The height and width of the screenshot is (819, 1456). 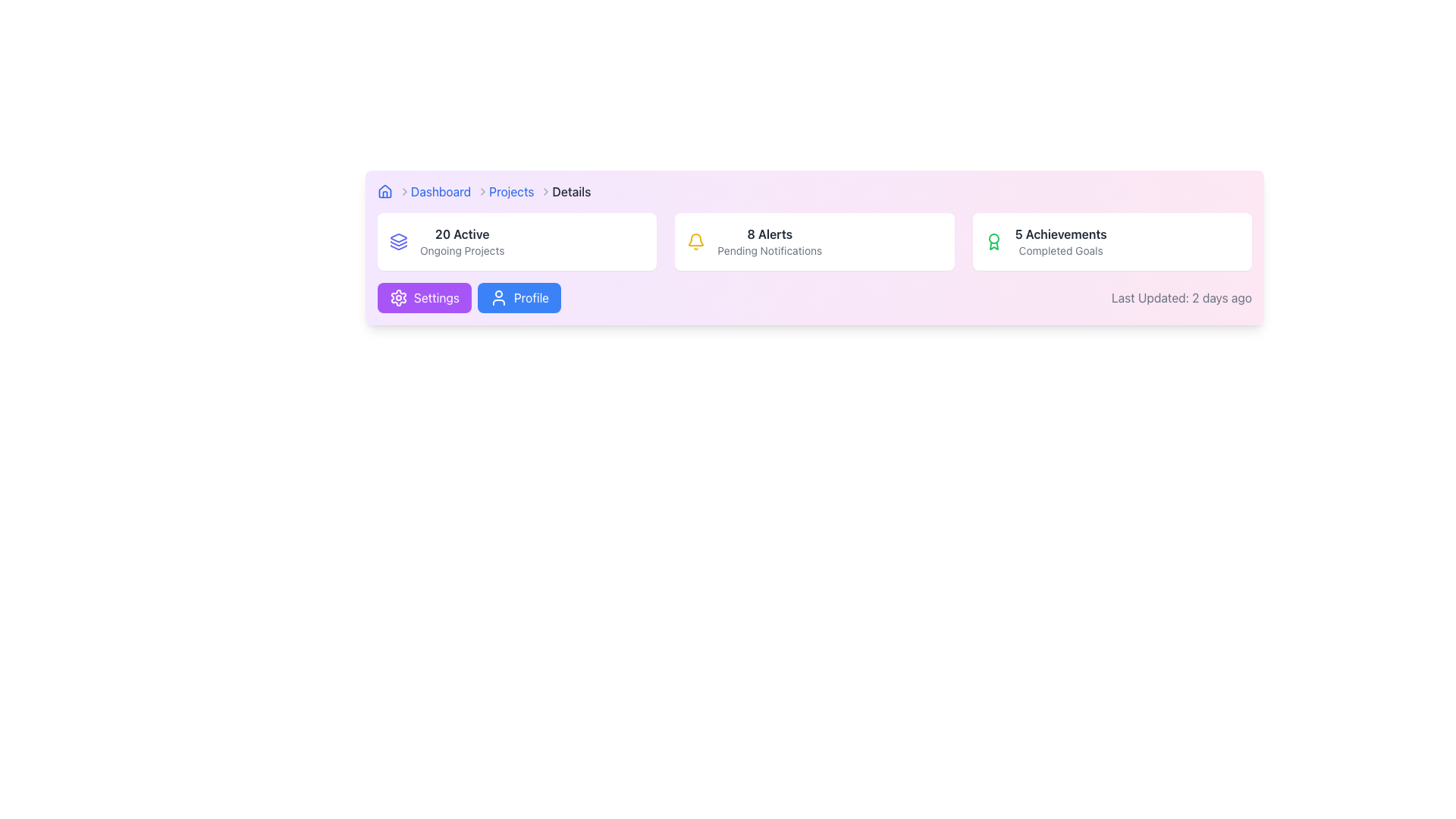 What do you see at coordinates (436, 298) in the screenshot?
I see `the purple button labeled 'Settings' that contains the text label 'Settings' to interact with it` at bounding box center [436, 298].